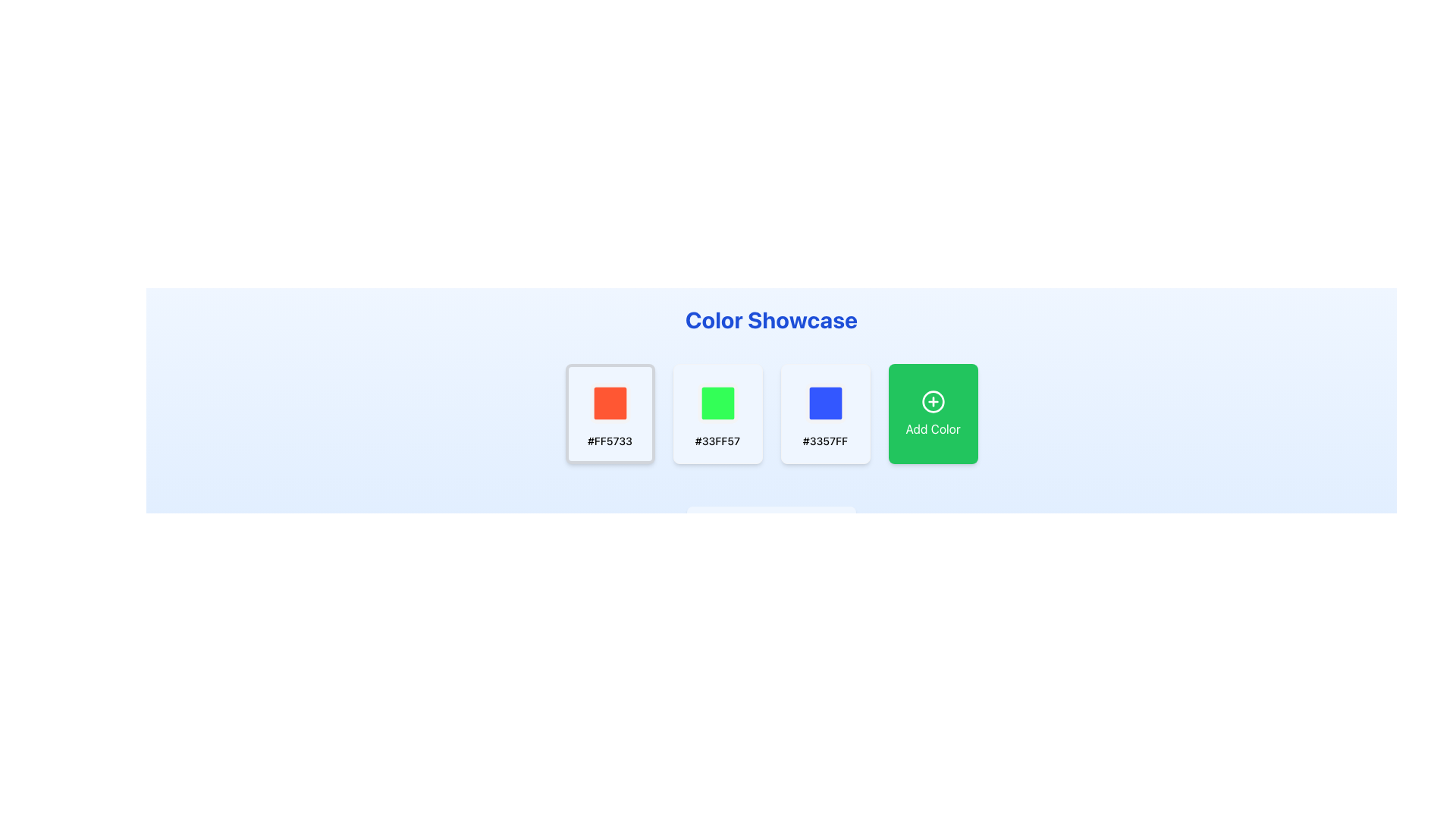 Image resolution: width=1456 pixels, height=819 pixels. Describe the element at coordinates (717, 414) in the screenshot. I see `the color code of the second color swatch tile in the grid labeled 'Color Showcase', which is located between the orange tile and the blue tile` at that location.